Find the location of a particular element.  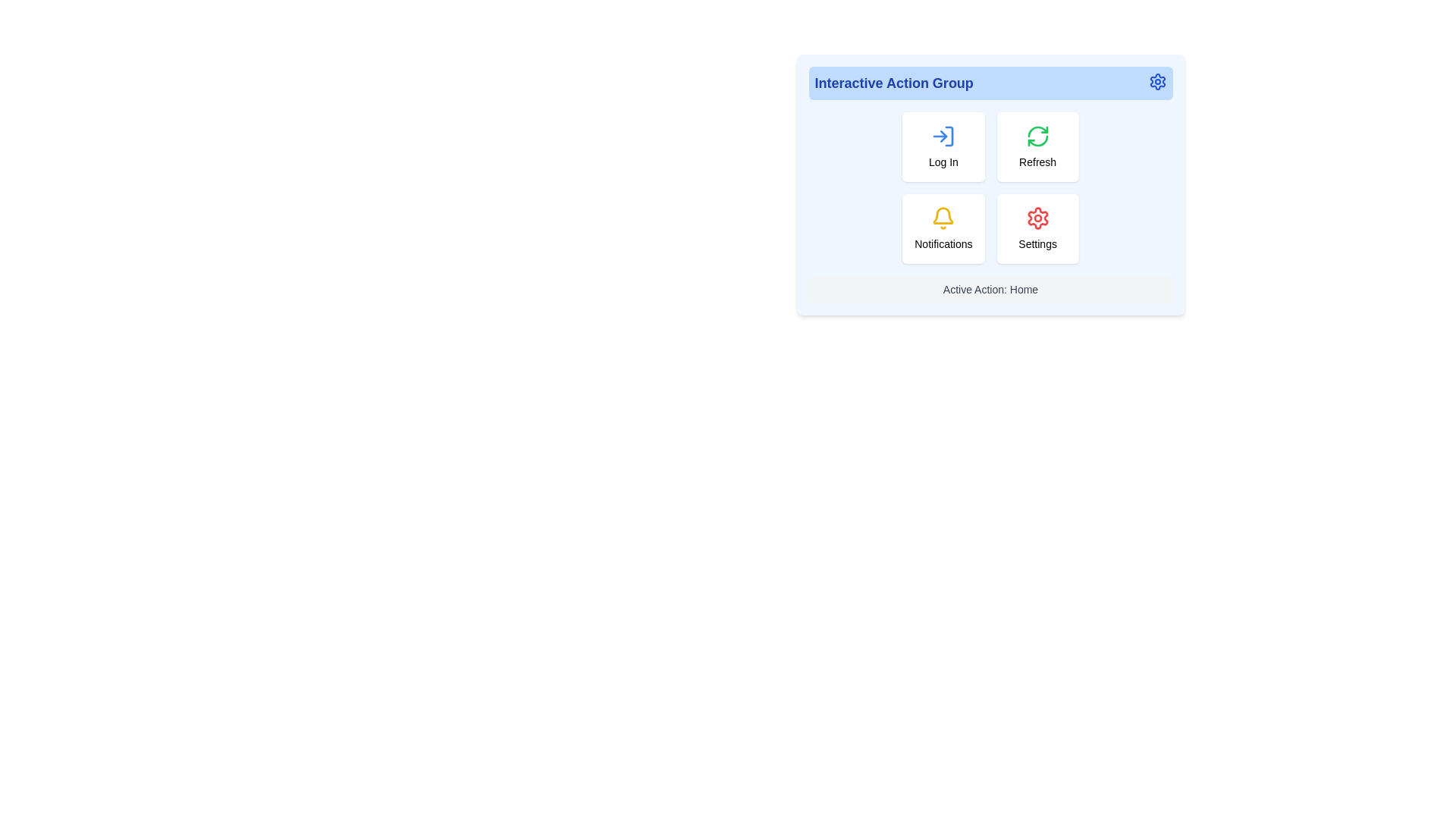

the 'Log In' static label, which is displayed in a standard sans-serif font and located below the log-in icon within the 'Interactive Action Group' panel is located at coordinates (943, 162).